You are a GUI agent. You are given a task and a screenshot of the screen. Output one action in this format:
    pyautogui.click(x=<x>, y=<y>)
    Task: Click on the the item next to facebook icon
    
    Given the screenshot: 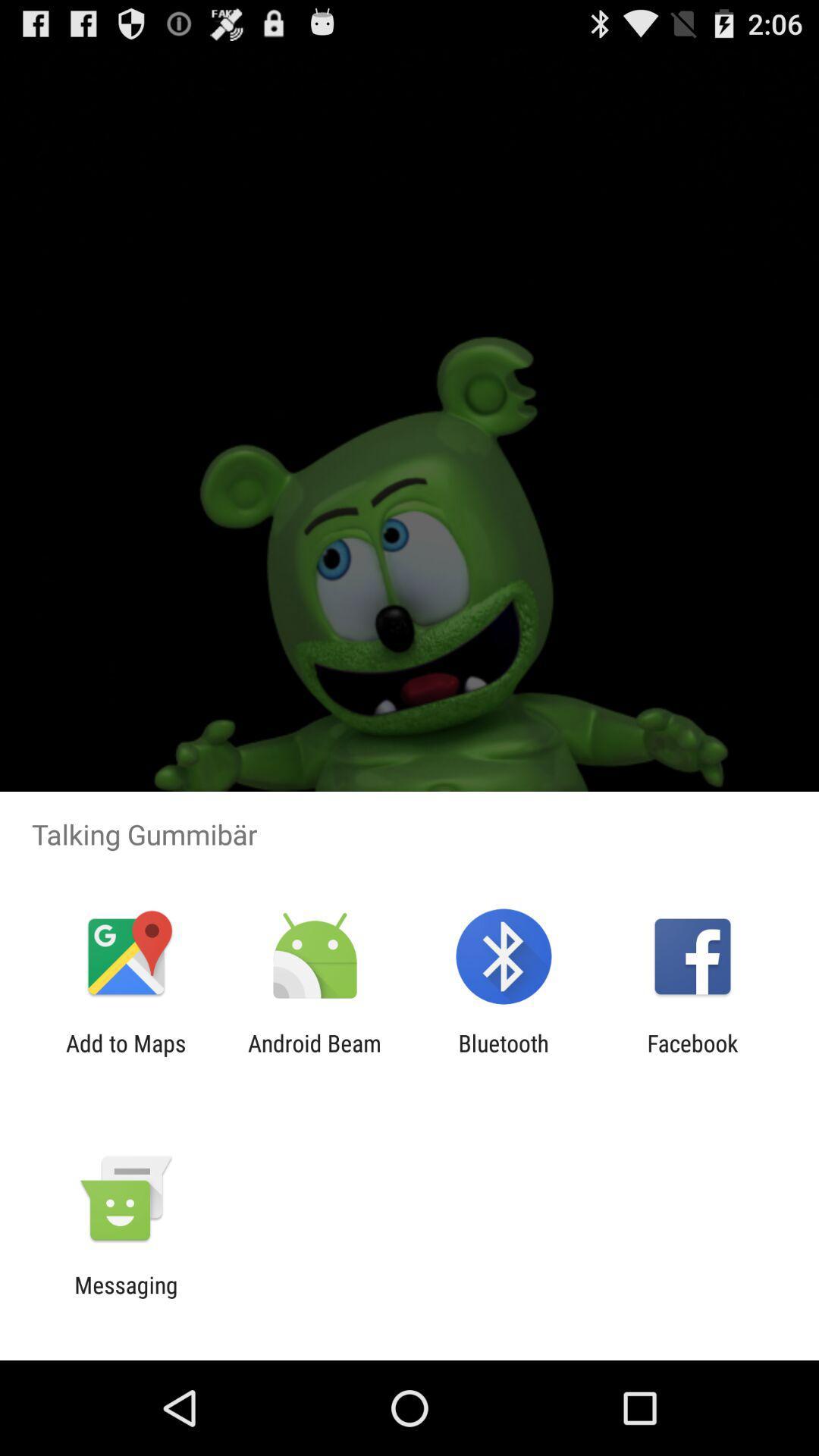 What is the action you would take?
    pyautogui.click(x=504, y=1056)
    